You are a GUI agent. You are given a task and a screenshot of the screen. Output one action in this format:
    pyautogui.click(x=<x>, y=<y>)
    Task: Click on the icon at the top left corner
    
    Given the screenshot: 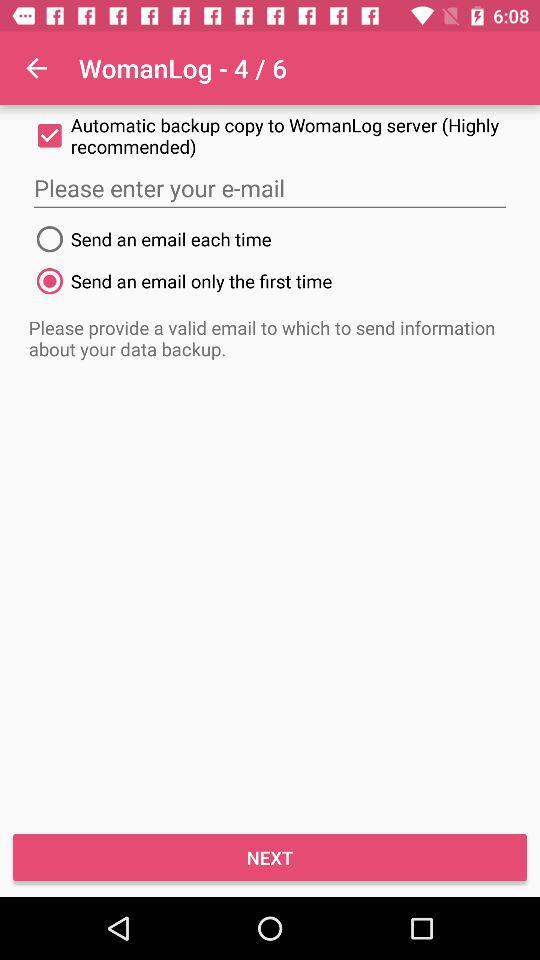 What is the action you would take?
    pyautogui.click(x=36, y=68)
    